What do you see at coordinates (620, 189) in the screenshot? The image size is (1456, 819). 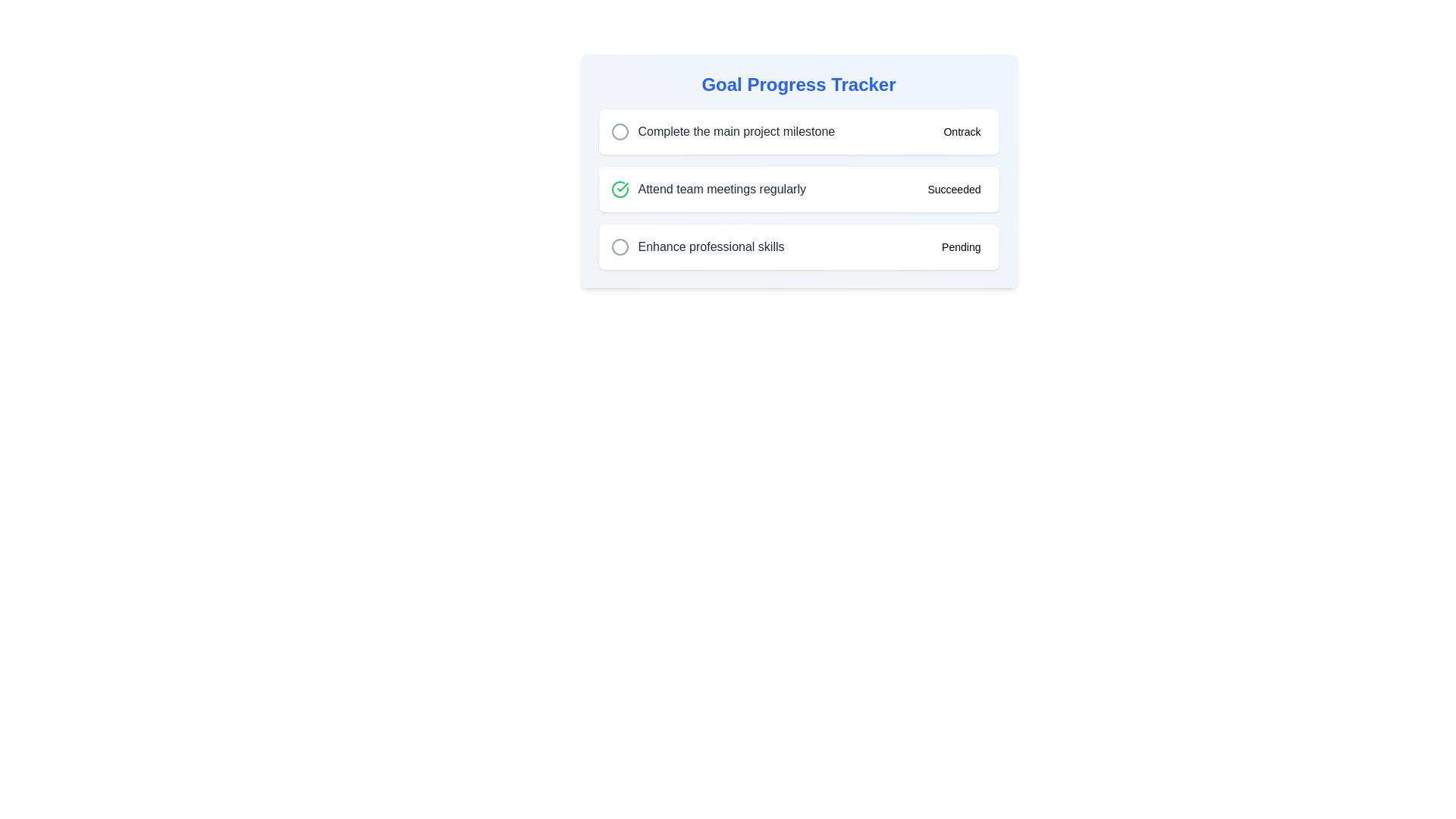 I see `the green checkmark icon in the 'Goal Progress Tracker' section, which signifies success next to the text 'Attend team meetings regularly'` at bounding box center [620, 189].